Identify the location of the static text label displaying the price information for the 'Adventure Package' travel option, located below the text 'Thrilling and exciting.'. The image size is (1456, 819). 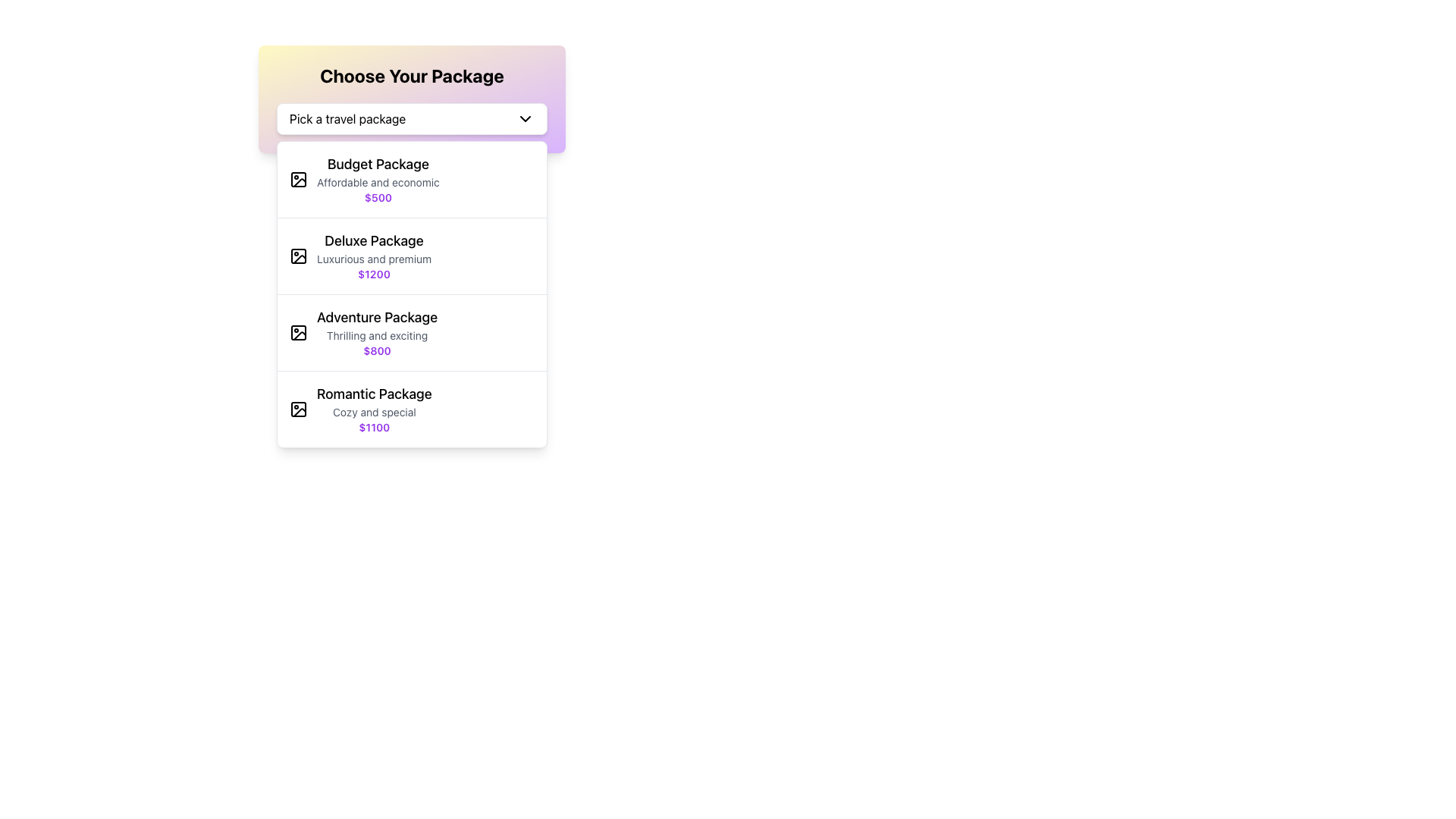
(377, 350).